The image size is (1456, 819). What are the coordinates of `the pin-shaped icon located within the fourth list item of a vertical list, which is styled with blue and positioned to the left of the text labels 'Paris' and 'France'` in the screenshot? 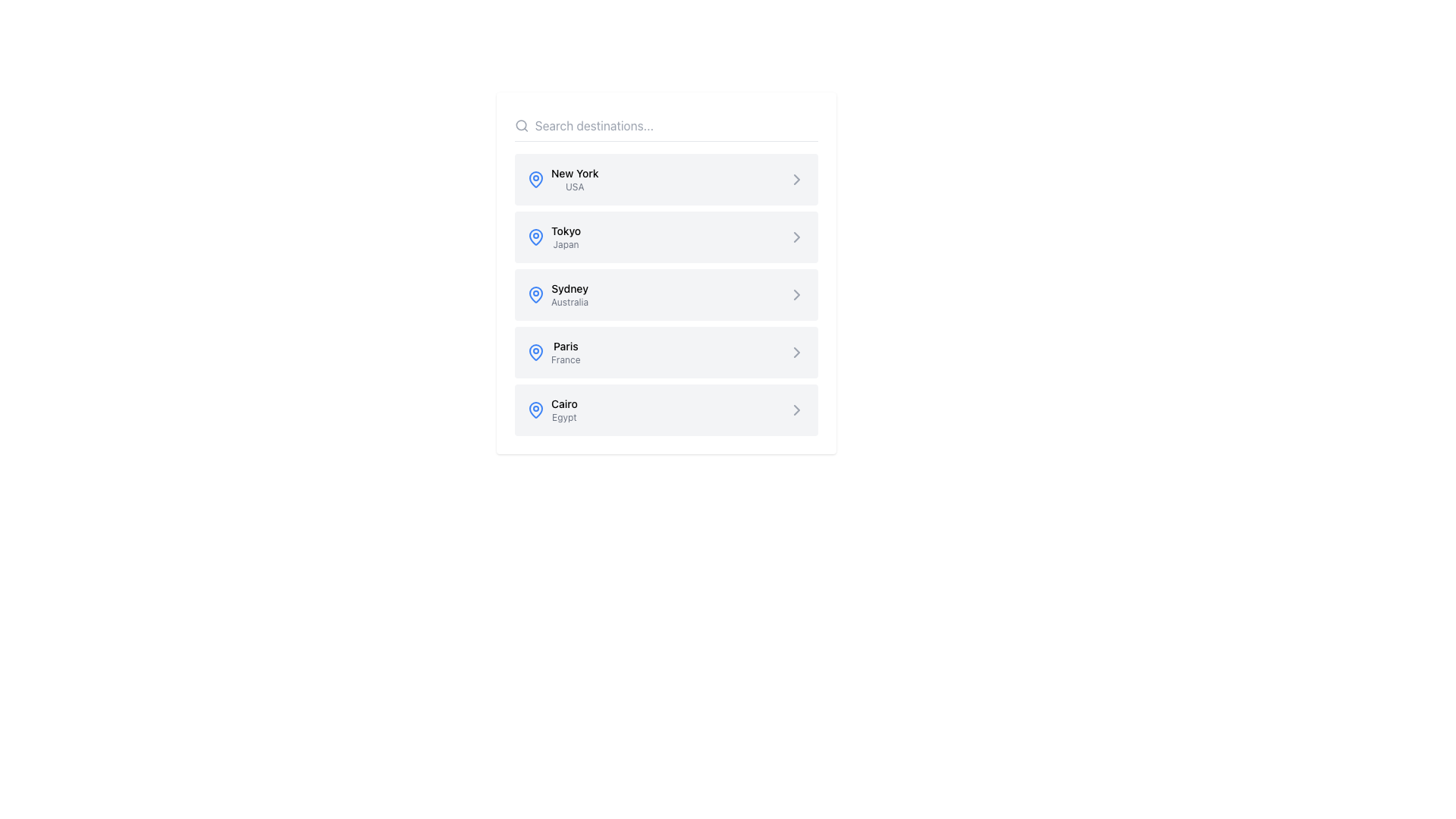 It's located at (535, 351).